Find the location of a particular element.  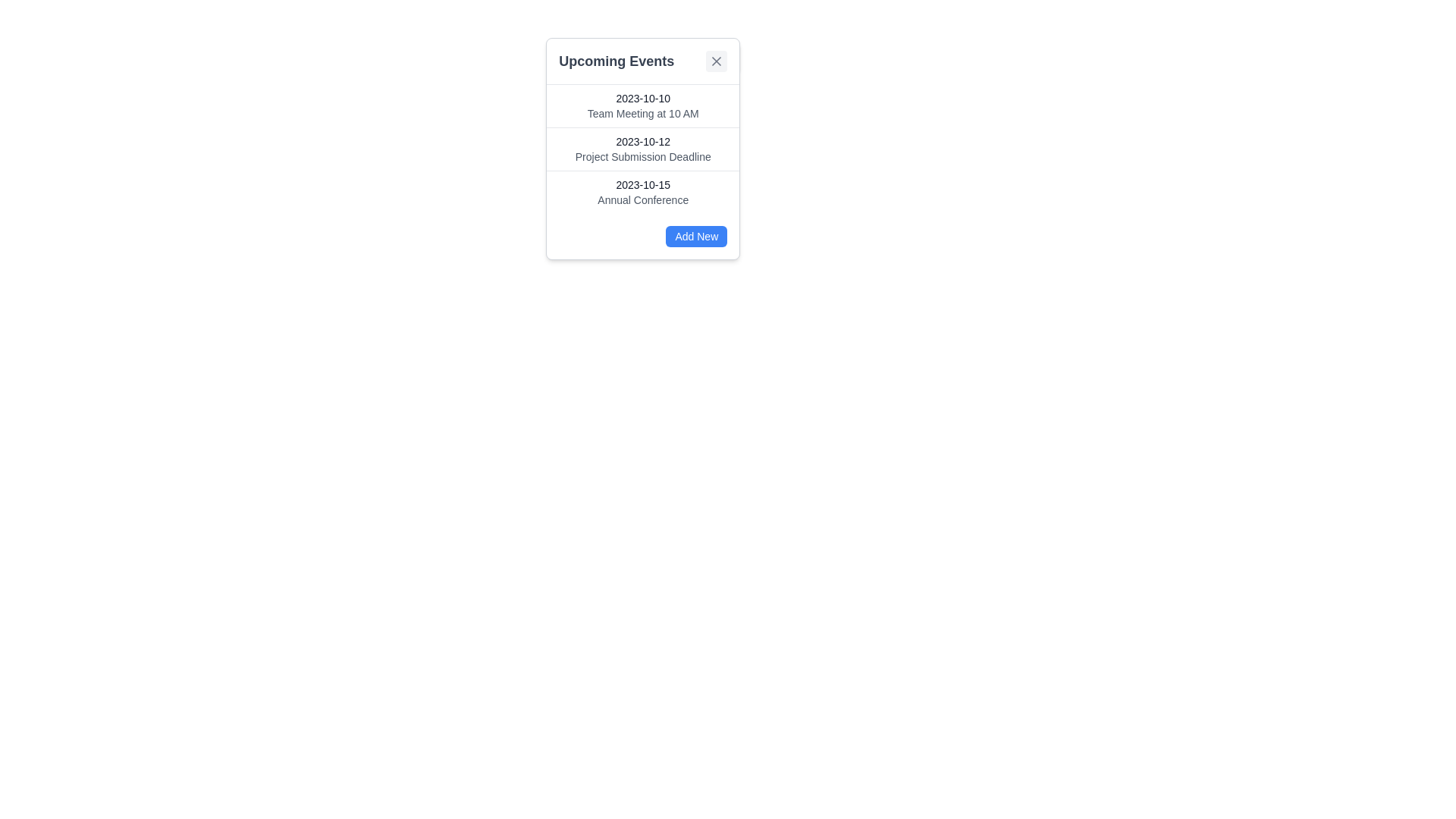

the close button in the top-right corner of the 'Upcoming Events' card is located at coordinates (716, 61).